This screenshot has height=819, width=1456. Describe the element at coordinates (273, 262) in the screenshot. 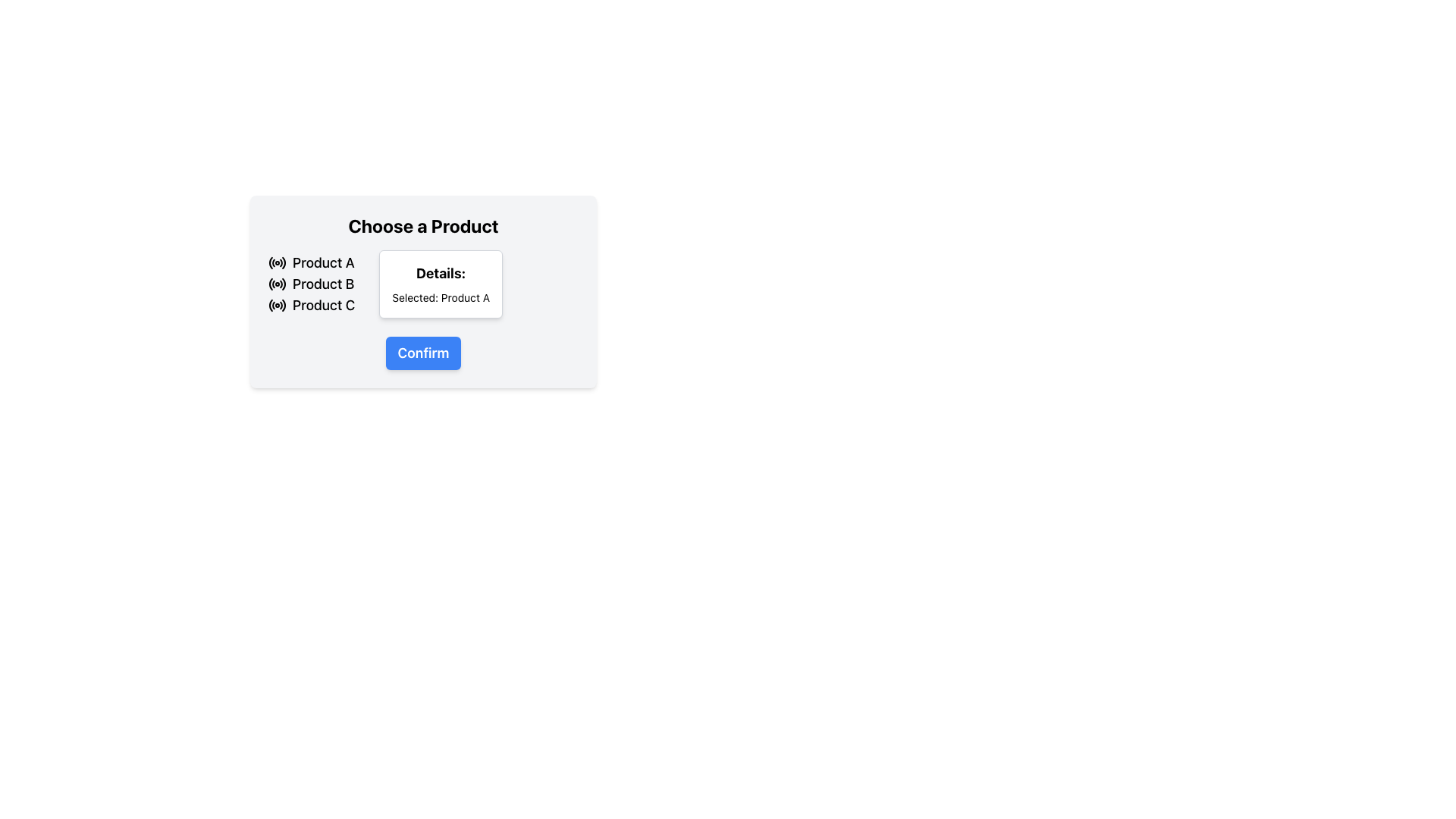

I see `the decorative curve icon component within the central circular SVG icon that is adjacent to the text 'Product A'` at that location.